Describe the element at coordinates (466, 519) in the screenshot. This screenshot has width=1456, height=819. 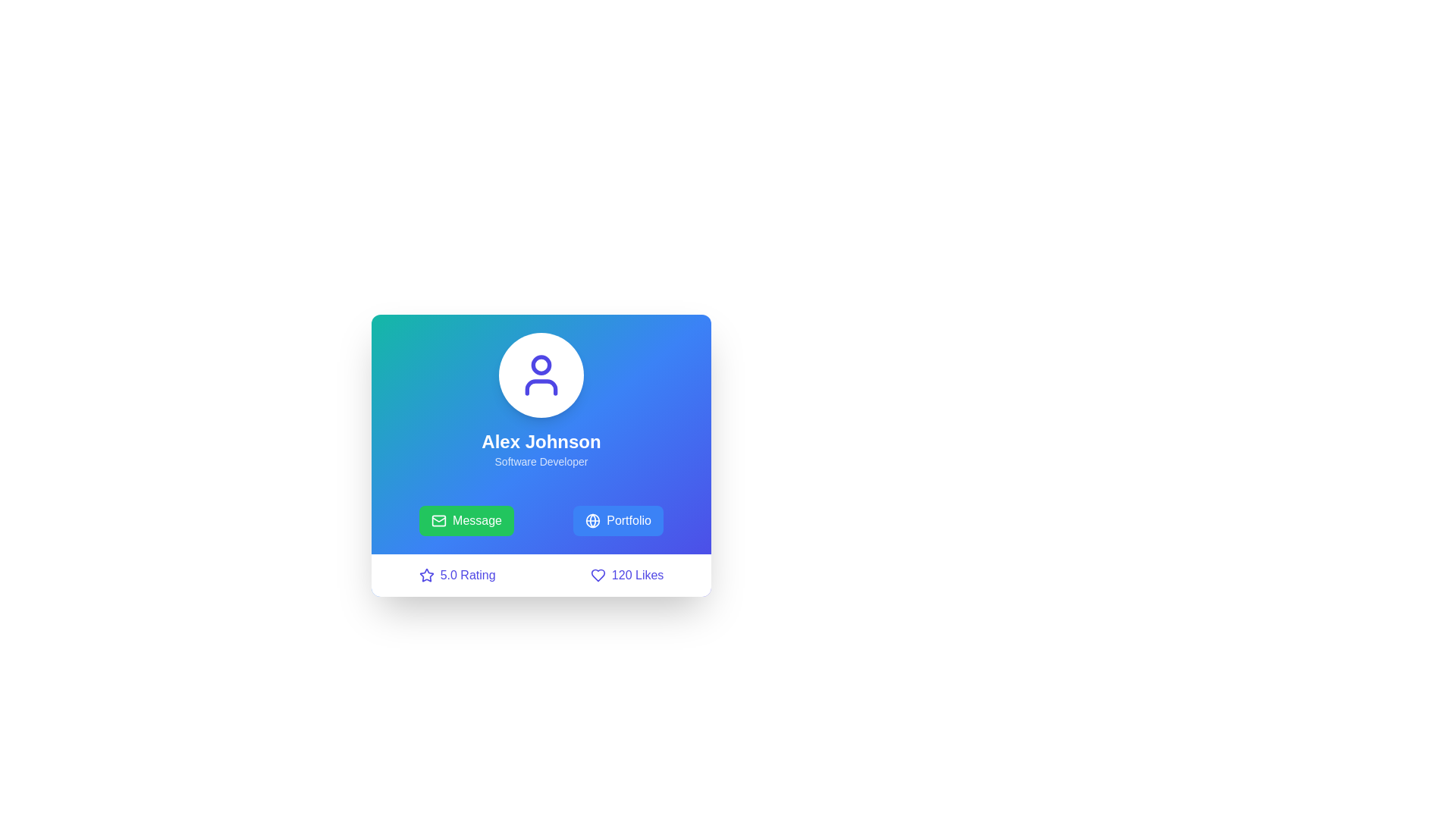
I see `the green 'Message' button with a white envelope icon to send a message` at that location.